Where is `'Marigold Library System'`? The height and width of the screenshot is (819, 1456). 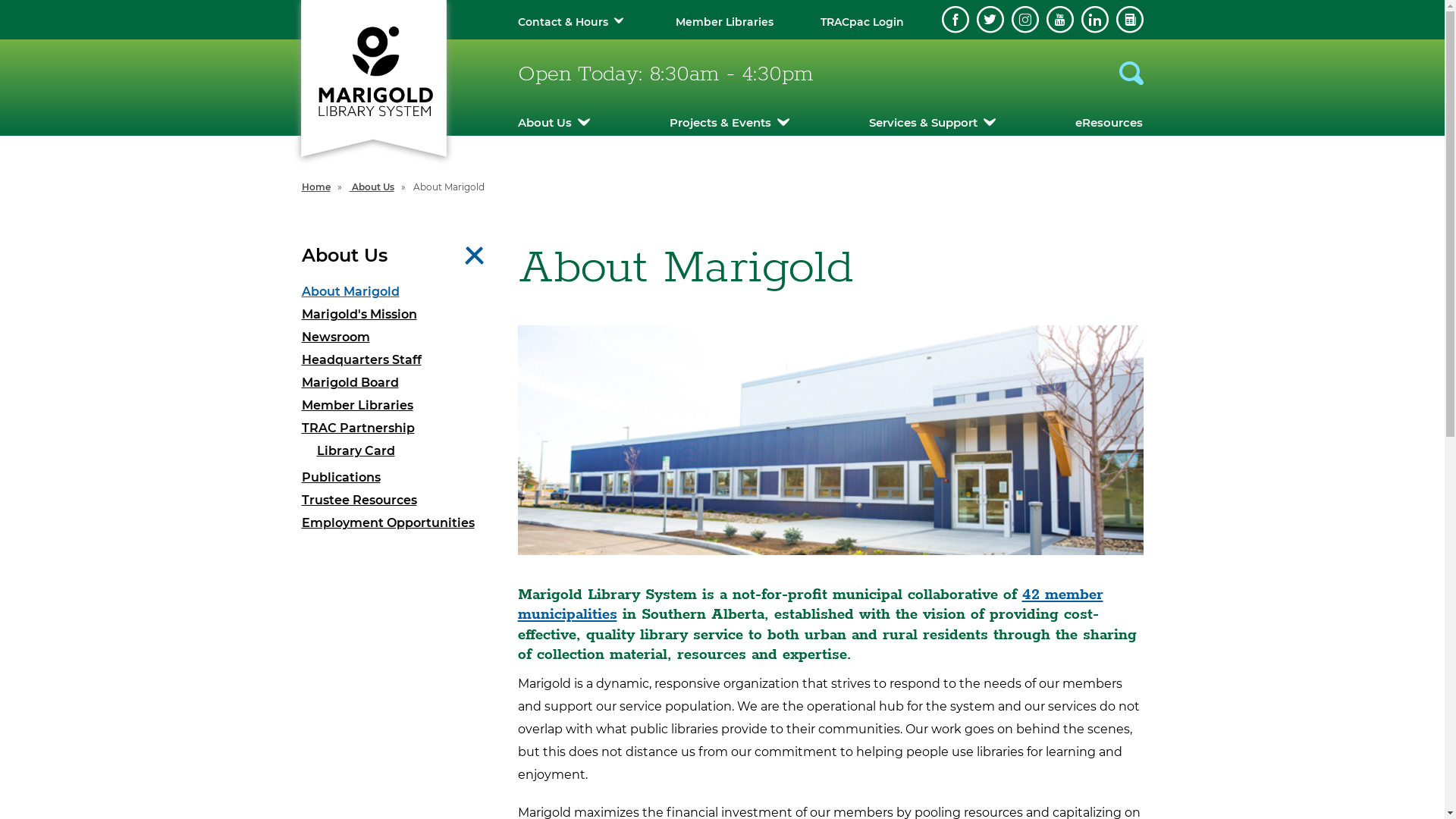
'Marigold Library System' is located at coordinates (372, 70).